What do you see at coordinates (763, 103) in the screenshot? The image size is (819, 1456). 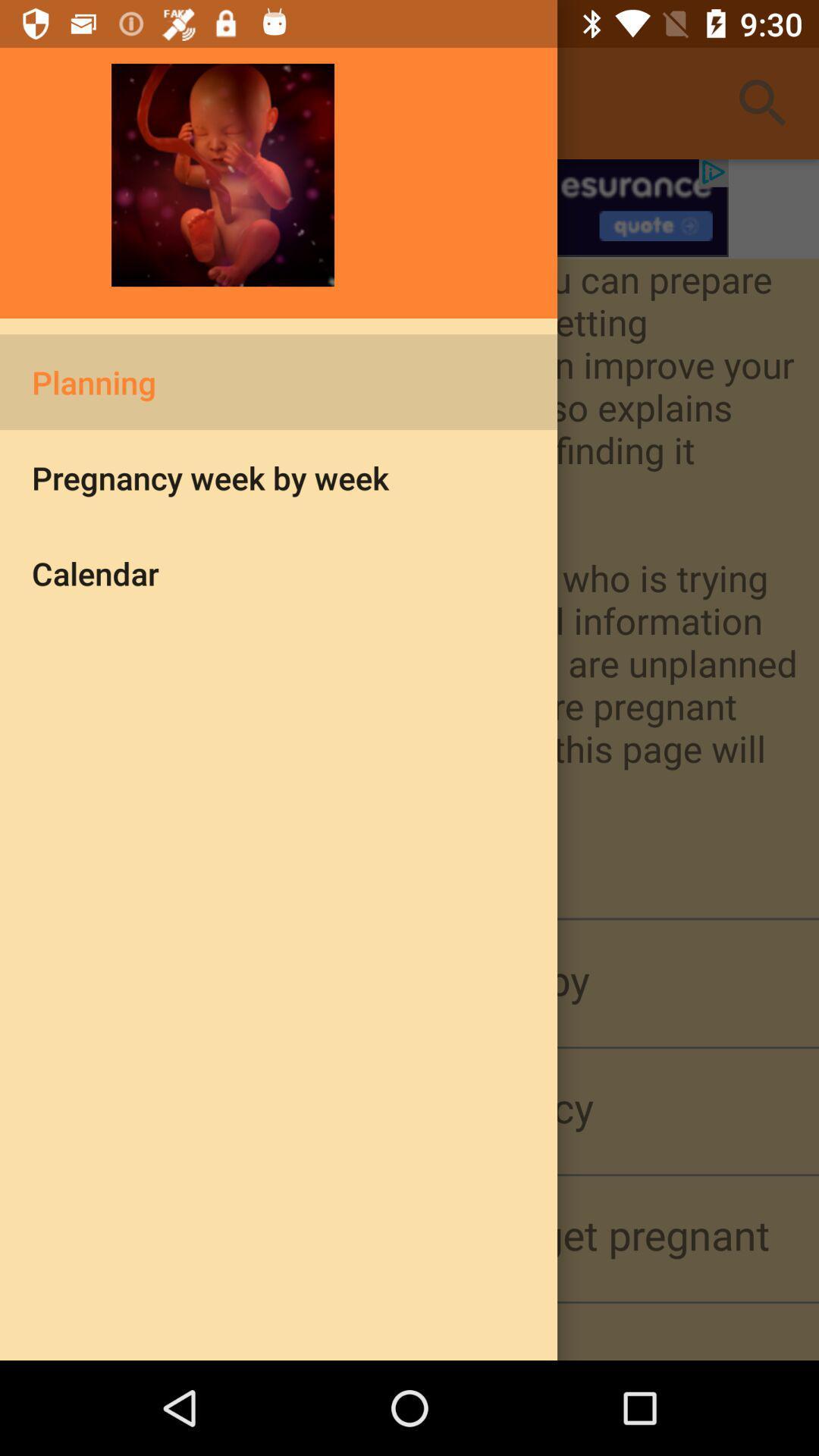 I see `the search button` at bounding box center [763, 103].